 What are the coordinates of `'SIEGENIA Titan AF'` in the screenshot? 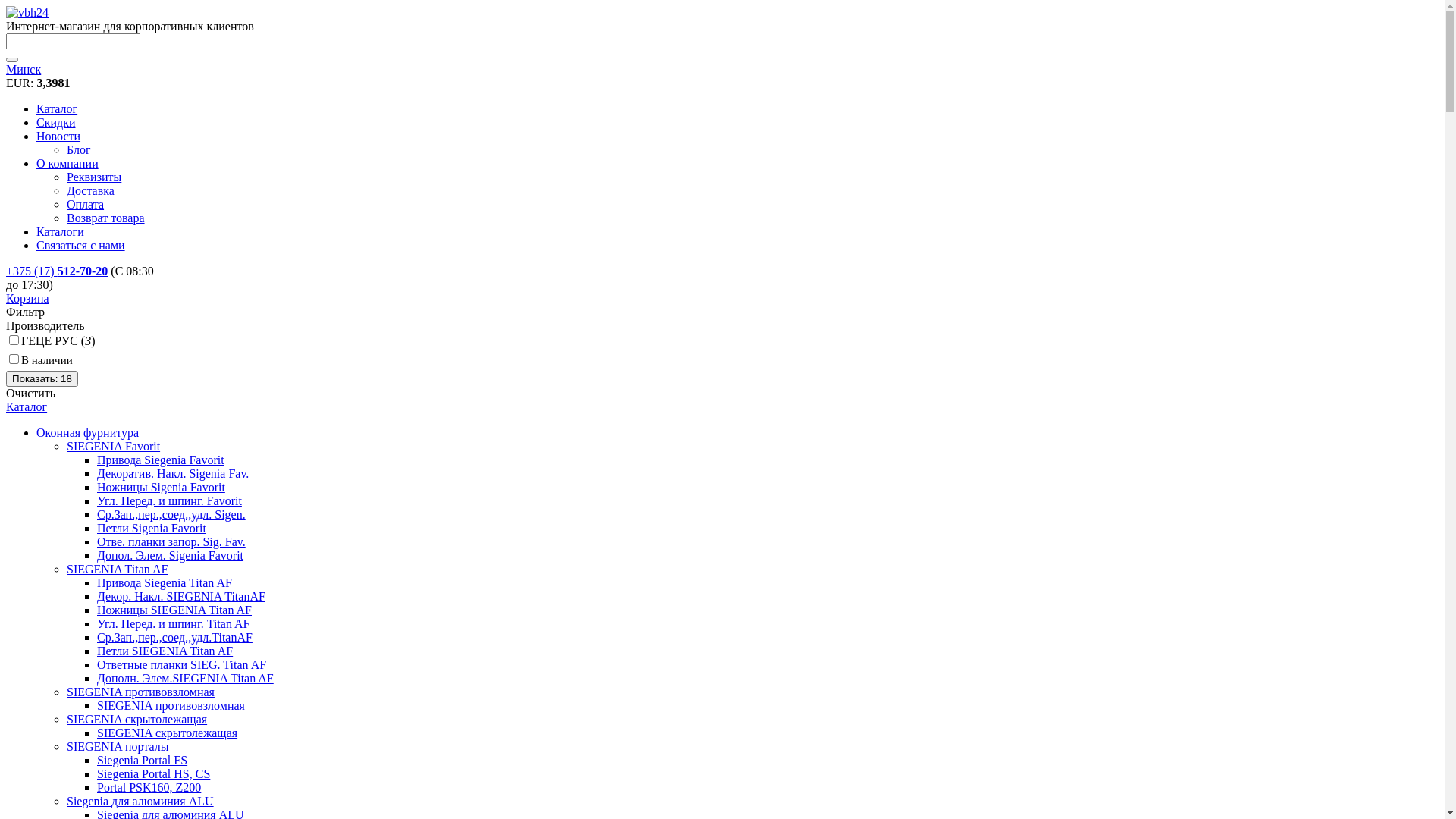 It's located at (116, 569).